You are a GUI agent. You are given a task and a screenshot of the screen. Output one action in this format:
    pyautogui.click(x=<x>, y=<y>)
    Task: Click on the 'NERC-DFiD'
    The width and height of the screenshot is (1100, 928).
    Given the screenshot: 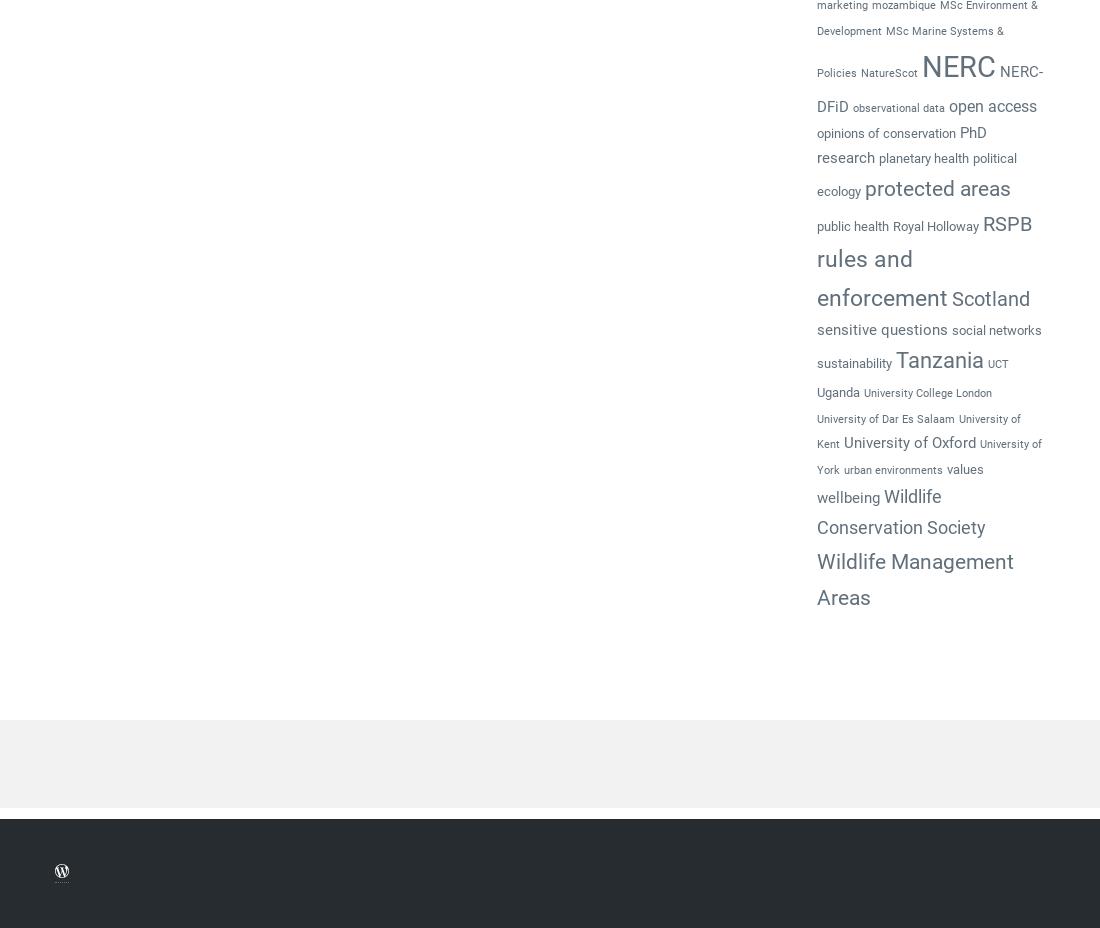 What is the action you would take?
    pyautogui.click(x=930, y=88)
    